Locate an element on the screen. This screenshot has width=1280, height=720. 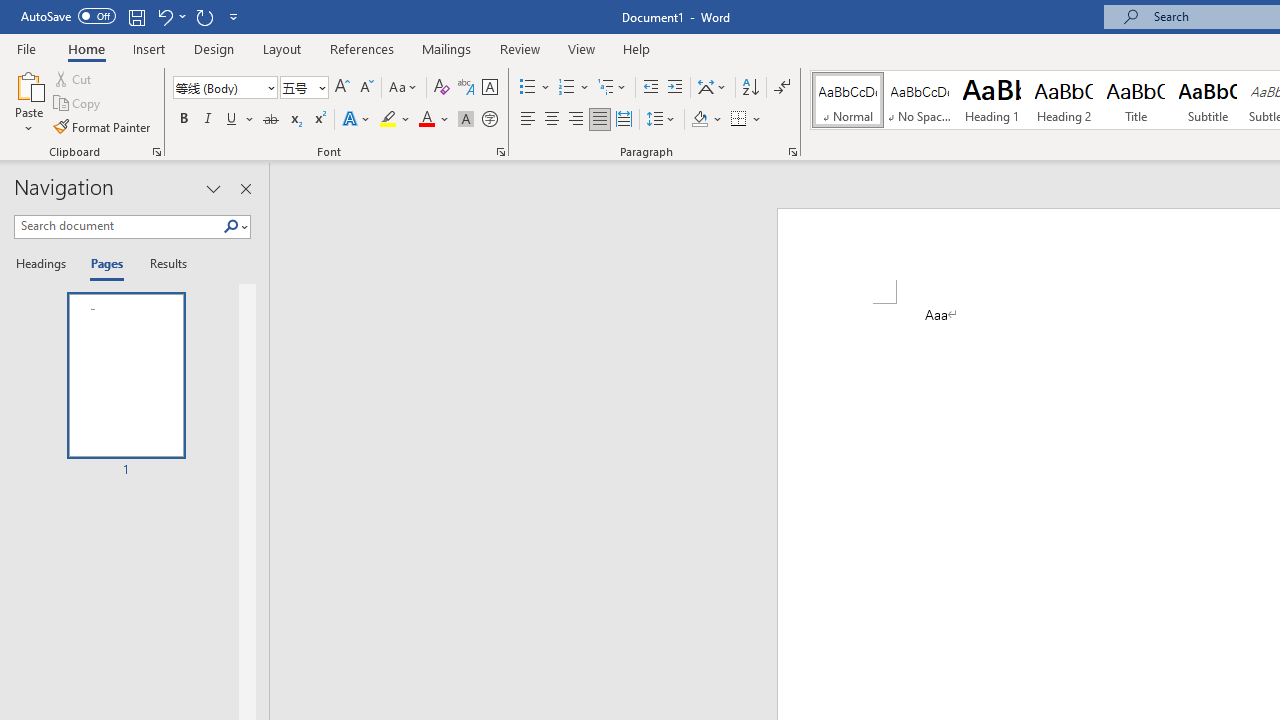
'Character Border' is located at coordinates (489, 86).